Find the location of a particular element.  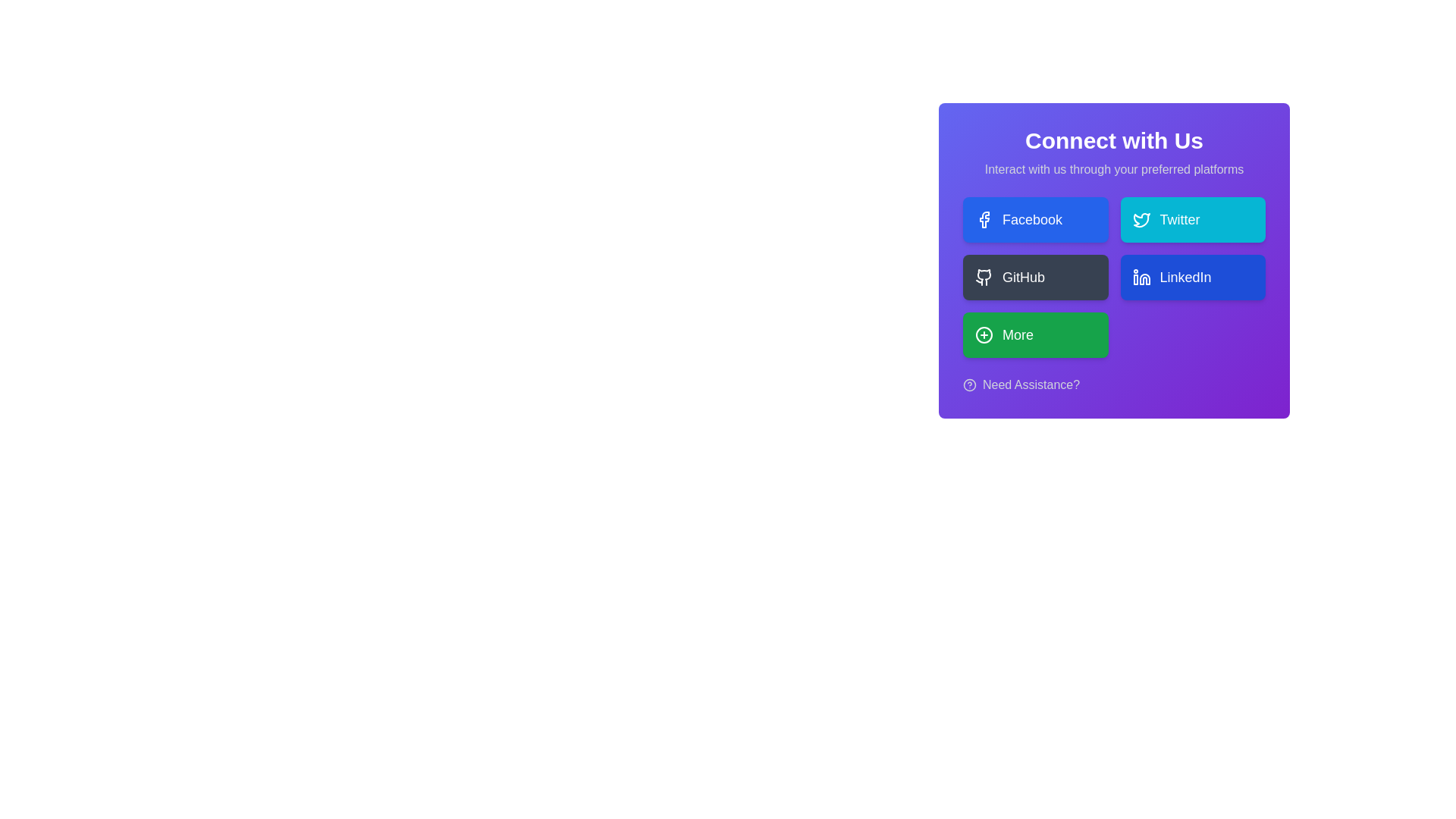

the Facebook interaction button located in the top-left slot of the grid layout within the card is located at coordinates (1034, 219).